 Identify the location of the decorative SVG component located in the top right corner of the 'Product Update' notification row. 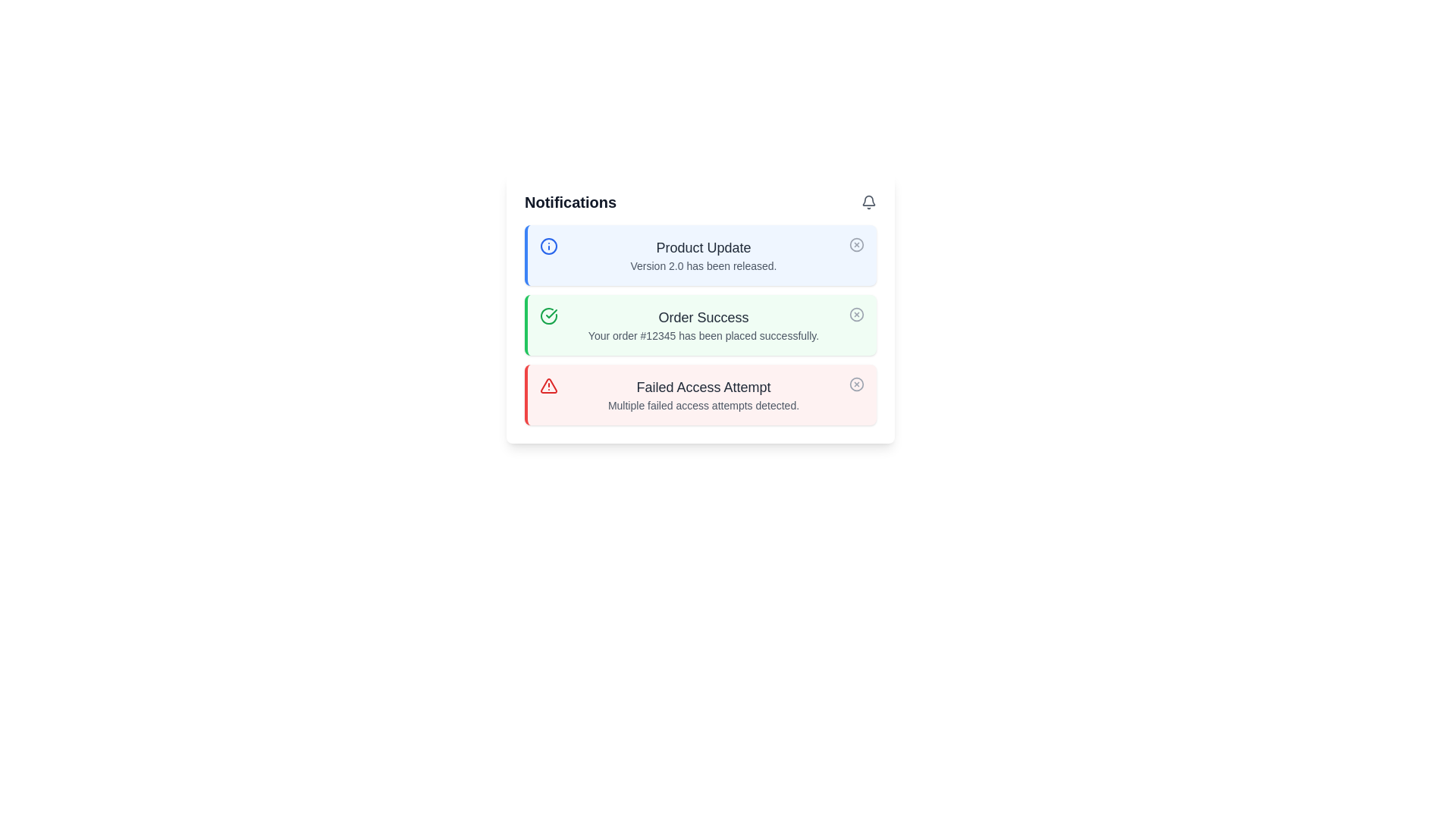
(856, 244).